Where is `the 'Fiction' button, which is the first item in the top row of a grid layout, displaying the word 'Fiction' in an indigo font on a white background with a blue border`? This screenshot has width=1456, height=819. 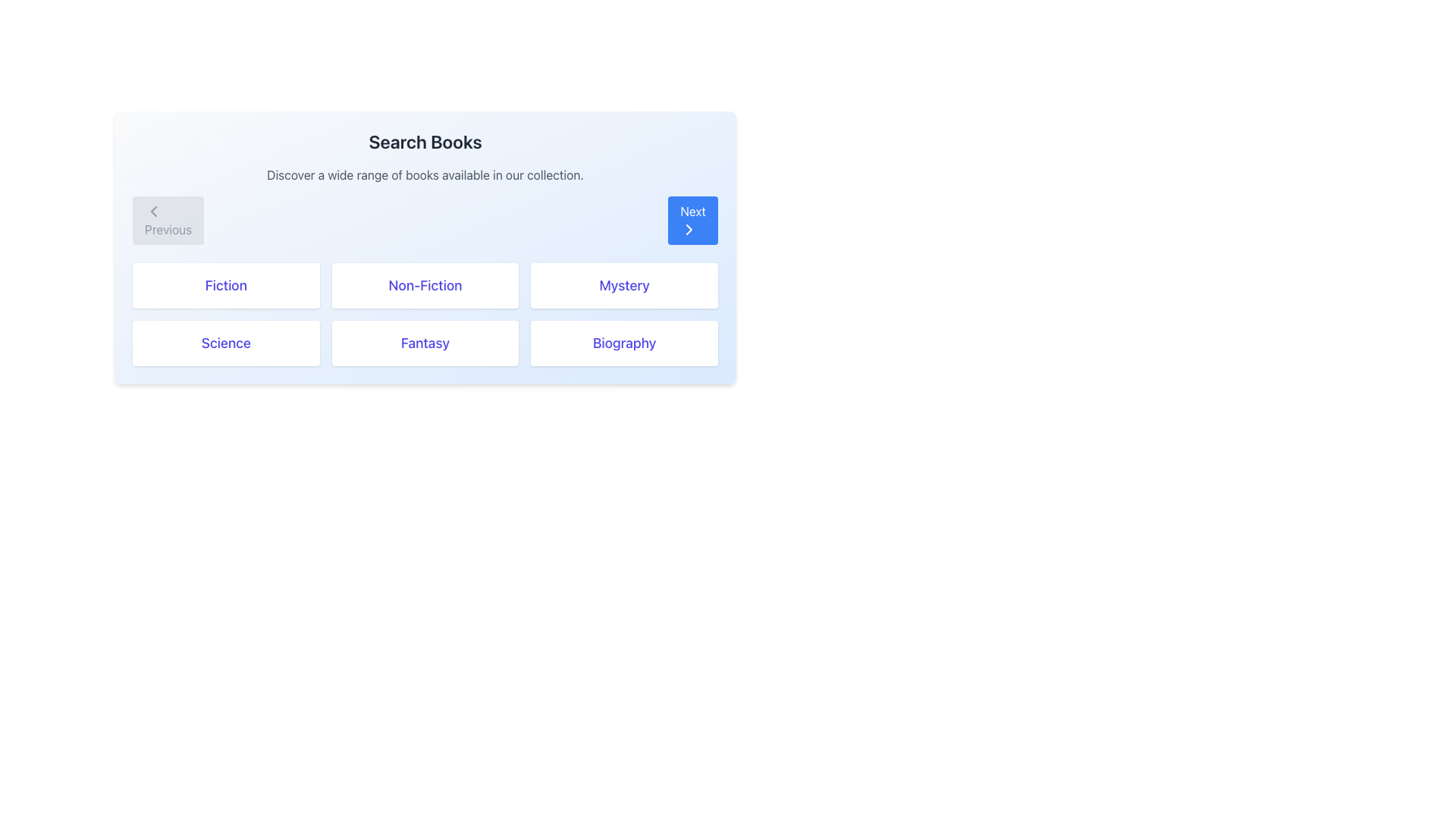 the 'Fiction' button, which is the first item in the top row of a grid layout, displaying the word 'Fiction' in an indigo font on a white background with a blue border is located at coordinates (225, 286).